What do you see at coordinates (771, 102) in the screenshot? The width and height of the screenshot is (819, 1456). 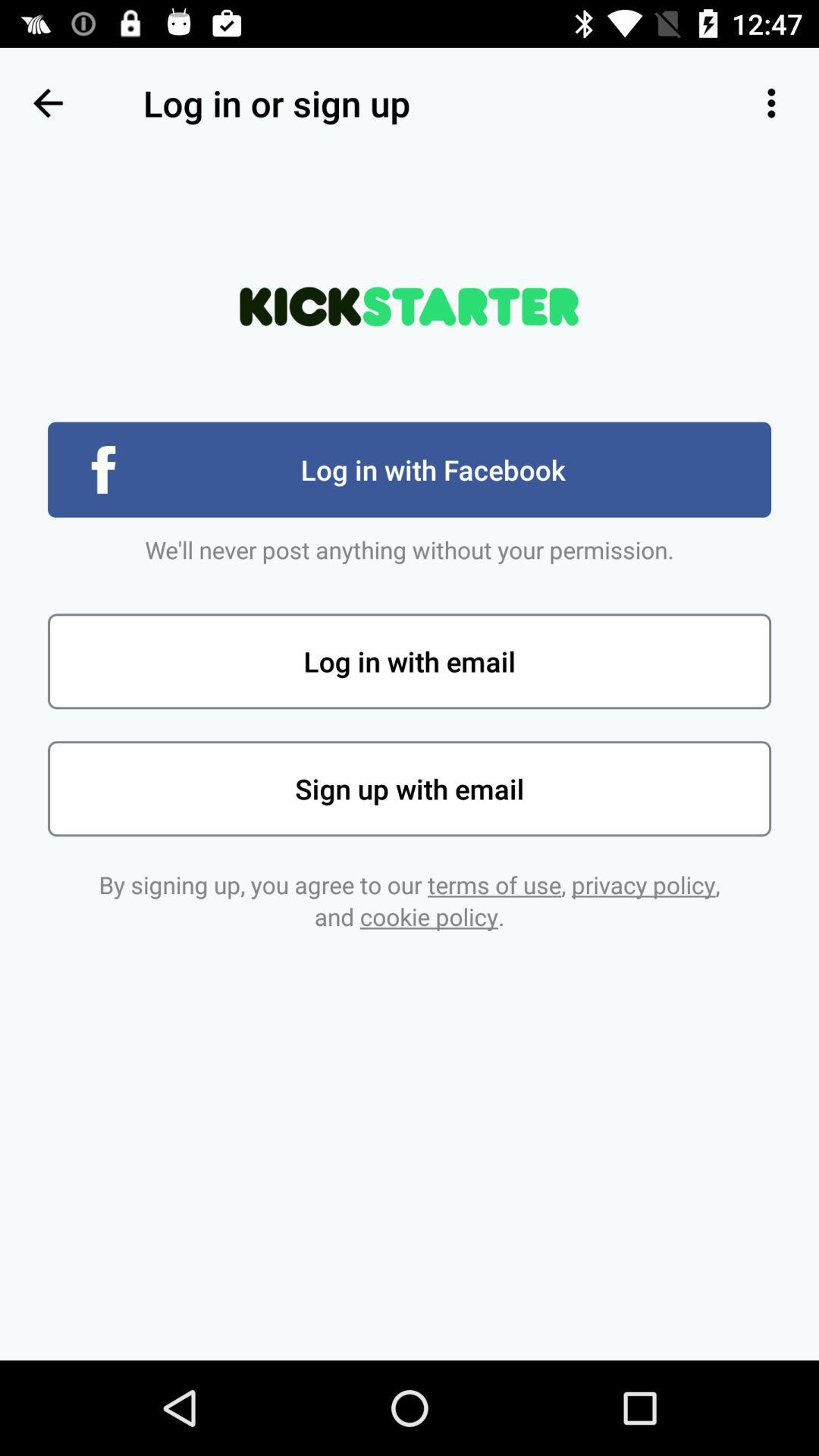 I see `item above the log in with item` at bounding box center [771, 102].